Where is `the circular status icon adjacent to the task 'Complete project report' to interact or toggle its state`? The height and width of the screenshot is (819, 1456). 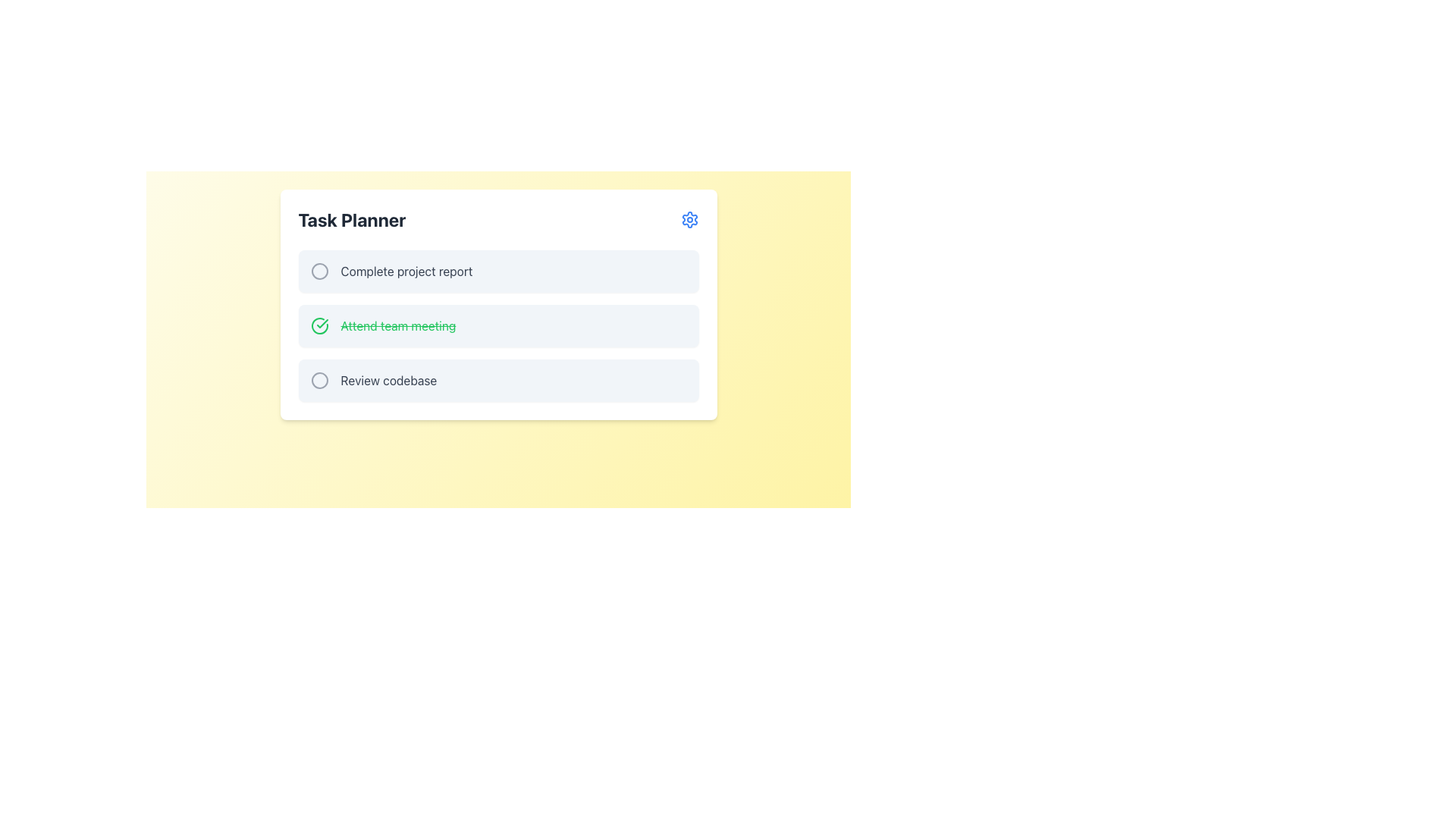
the circular status icon adjacent to the task 'Complete project report' to interact or toggle its state is located at coordinates (318, 271).